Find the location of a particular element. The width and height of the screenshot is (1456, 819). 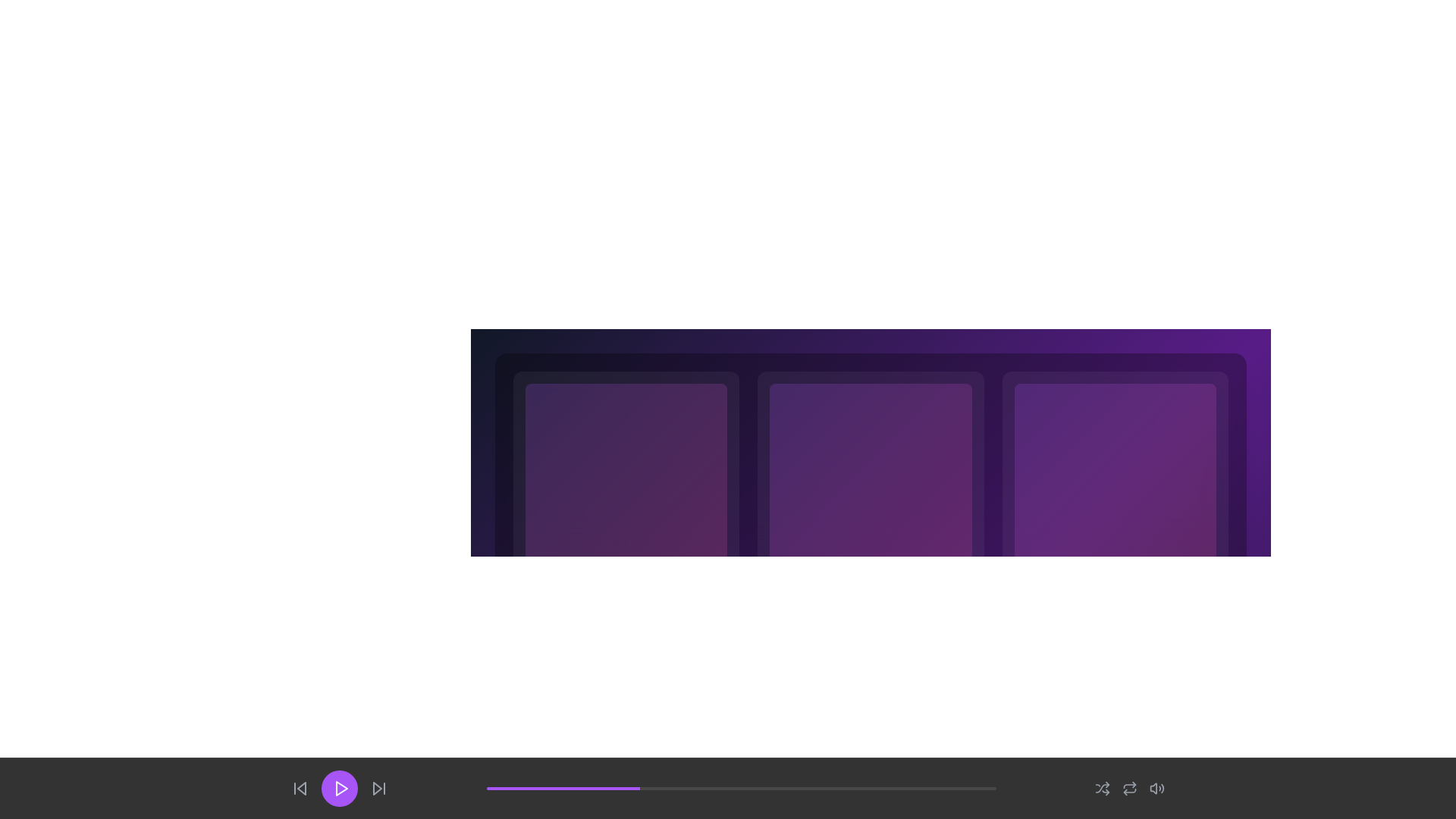

the circular repeat icon located in the bottom-right corner of the interface layout is located at coordinates (1129, 788).